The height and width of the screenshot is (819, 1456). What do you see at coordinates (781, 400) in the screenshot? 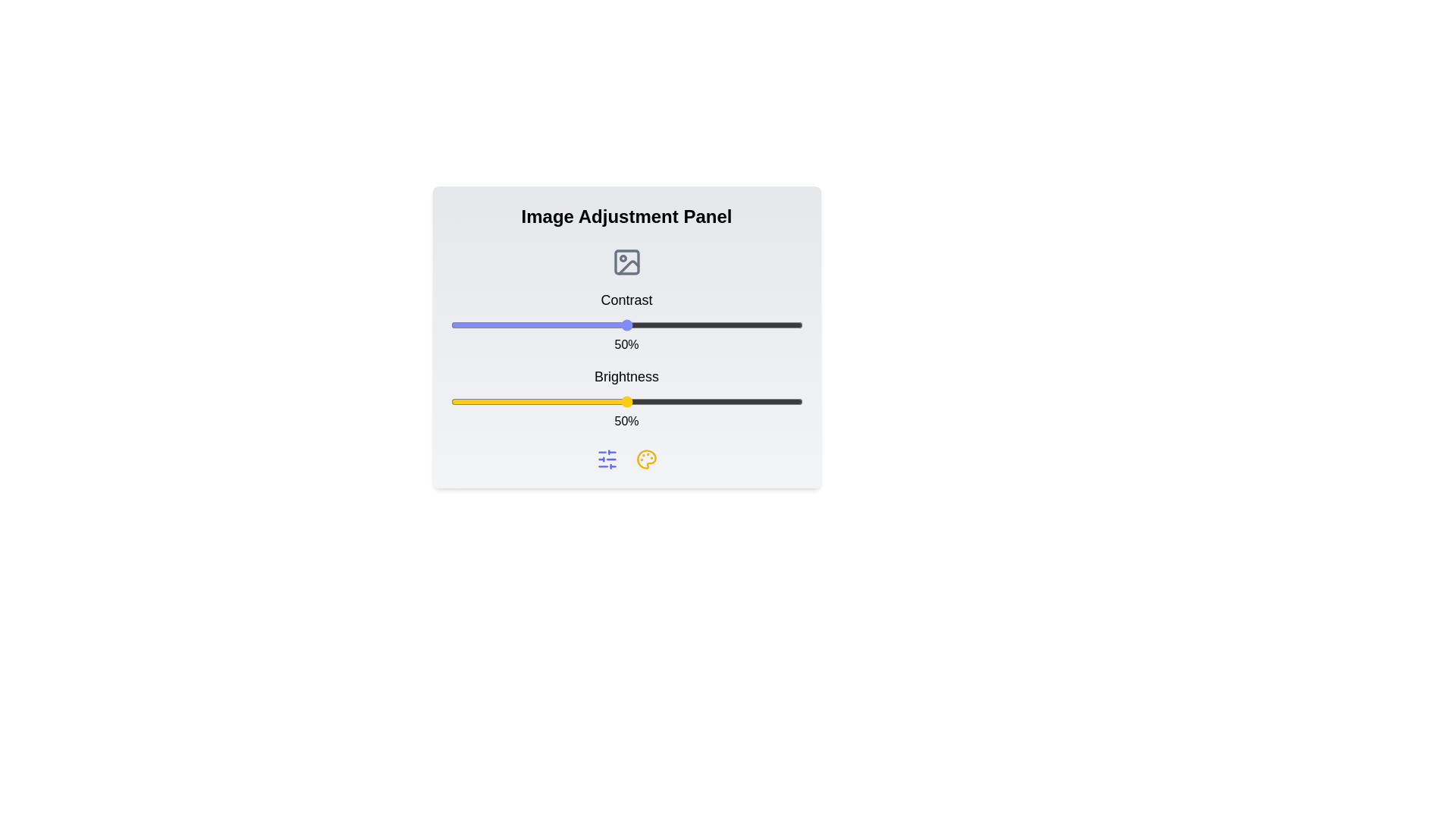
I see `the brightness slider to 94%` at bounding box center [781, 400].